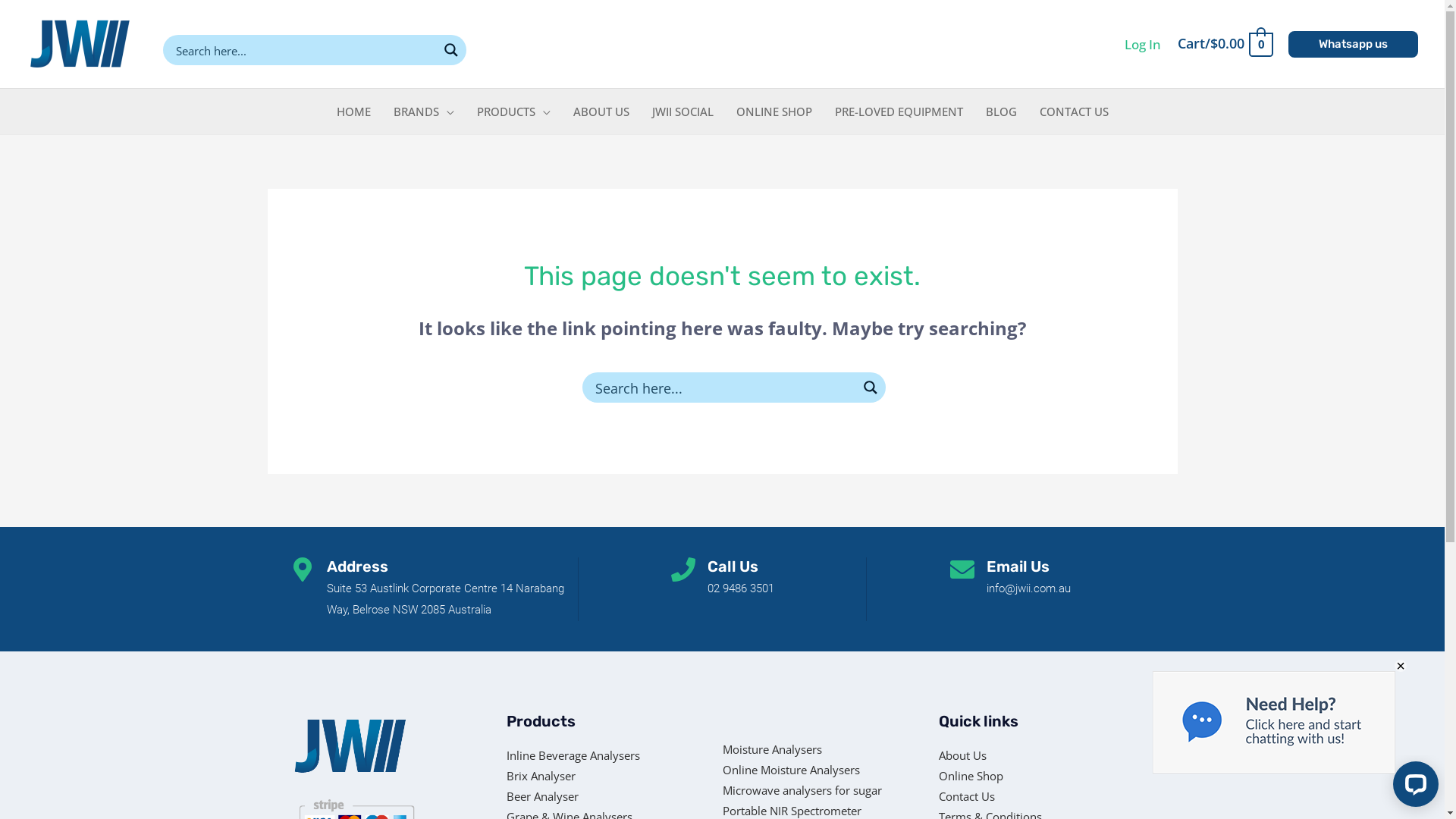  Describe the element at coordinates (640, 110) in the screenshot. I see `'JWII SOCIAL'` at that location.